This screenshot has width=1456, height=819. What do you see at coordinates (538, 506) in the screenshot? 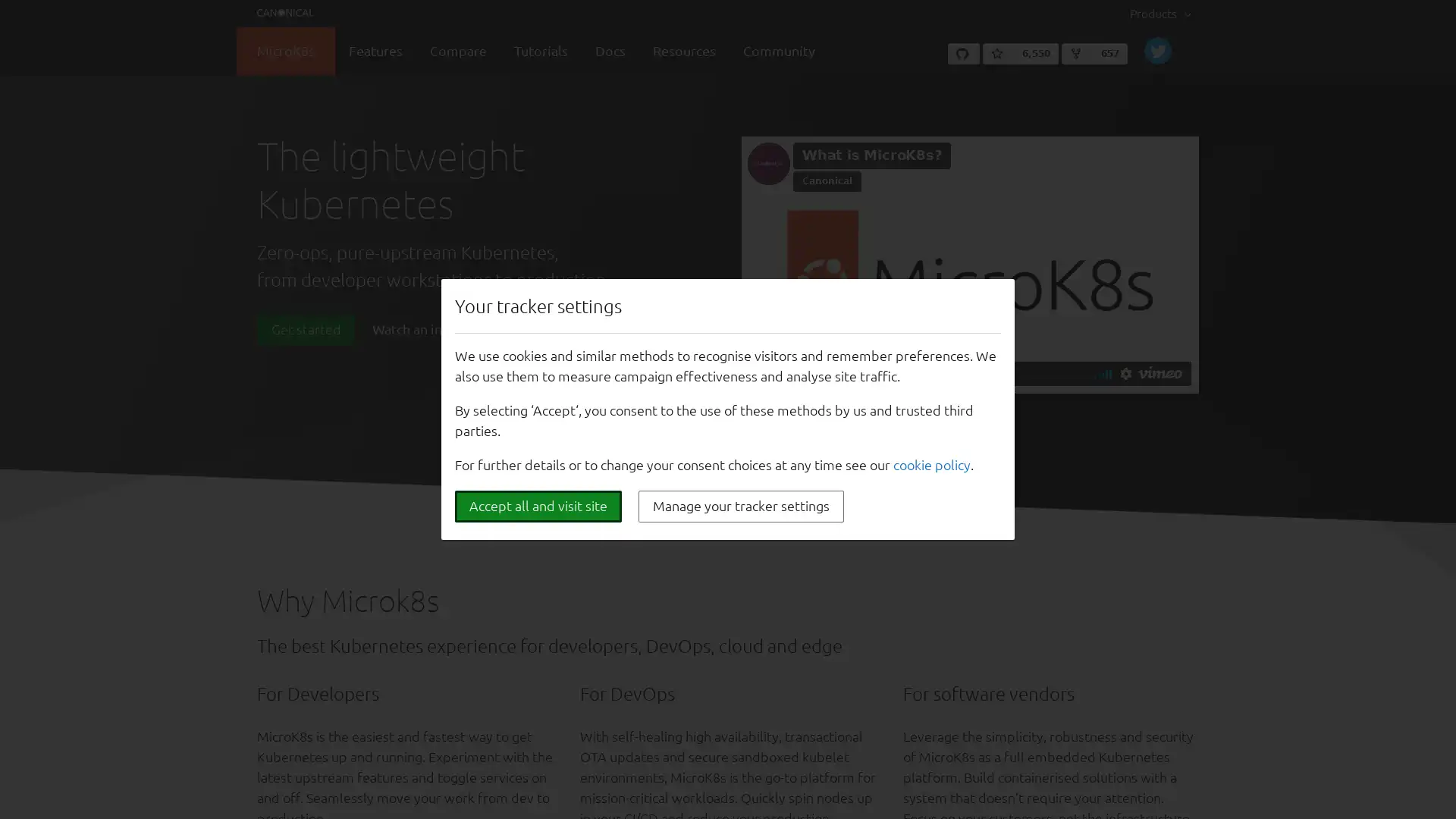
I see `Accept all and visit site` at bounding box center [538, 506].